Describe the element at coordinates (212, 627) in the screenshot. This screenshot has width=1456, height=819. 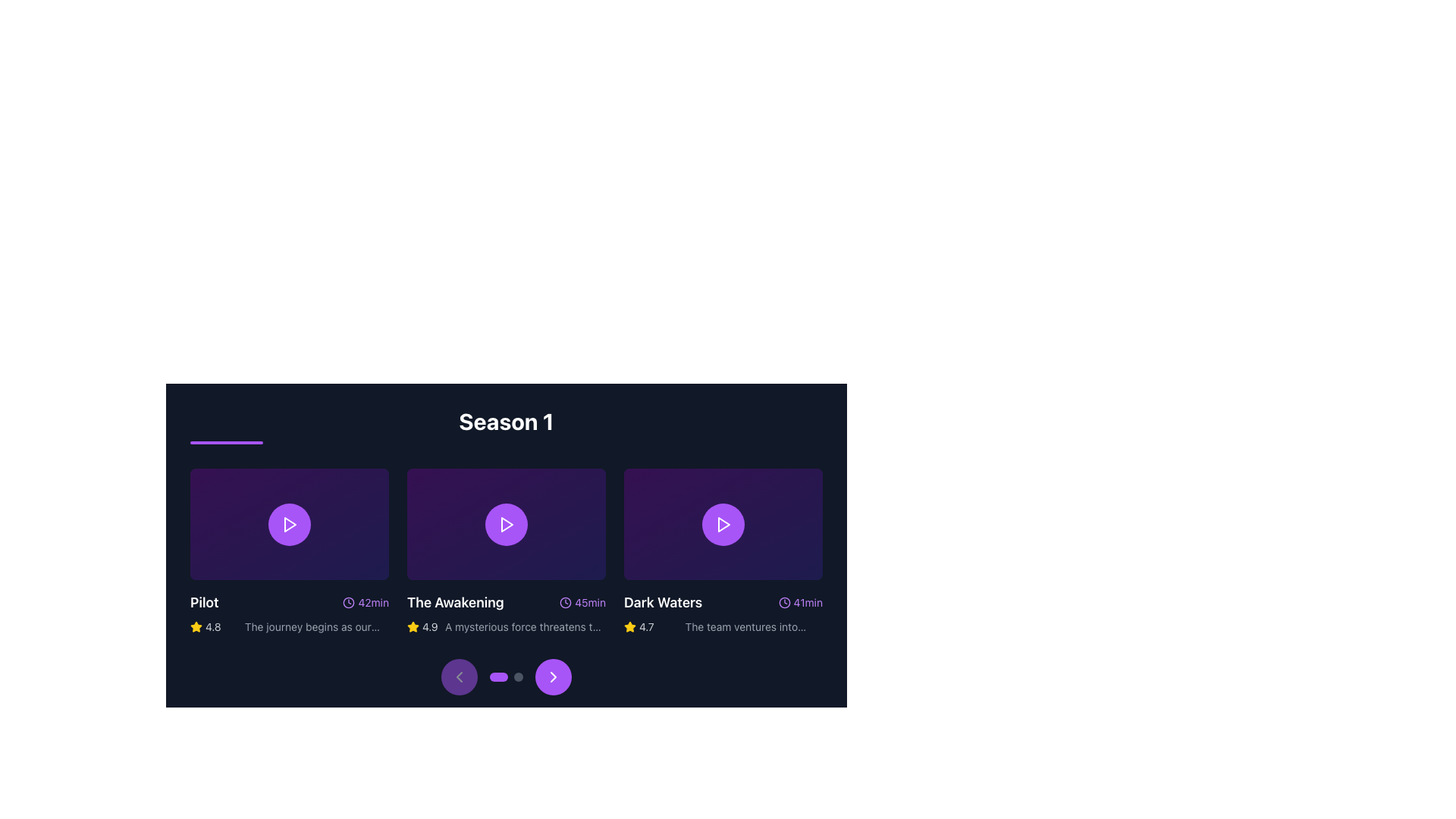
I see `the text label displaying the number '4.8', which is styled in a small gray font and located next to a yellow star icon in the bottom-left section of the first card` at that location.